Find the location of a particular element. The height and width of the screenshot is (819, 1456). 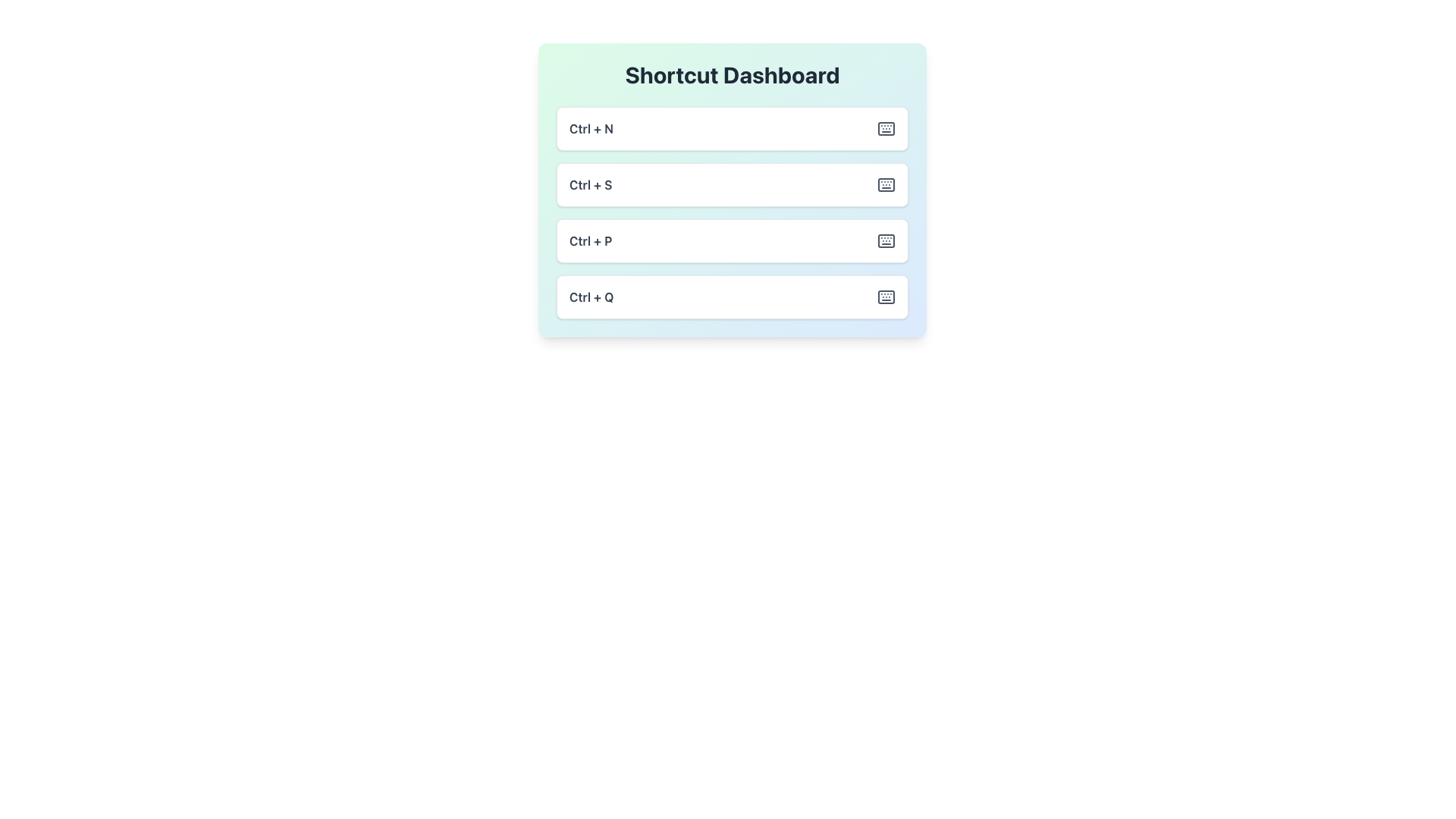

the keyboard icon located to the right of the text 'Ctrl + Q' in the Shortcut Dashboard UI for interaction is located at coordinates (886, 297).